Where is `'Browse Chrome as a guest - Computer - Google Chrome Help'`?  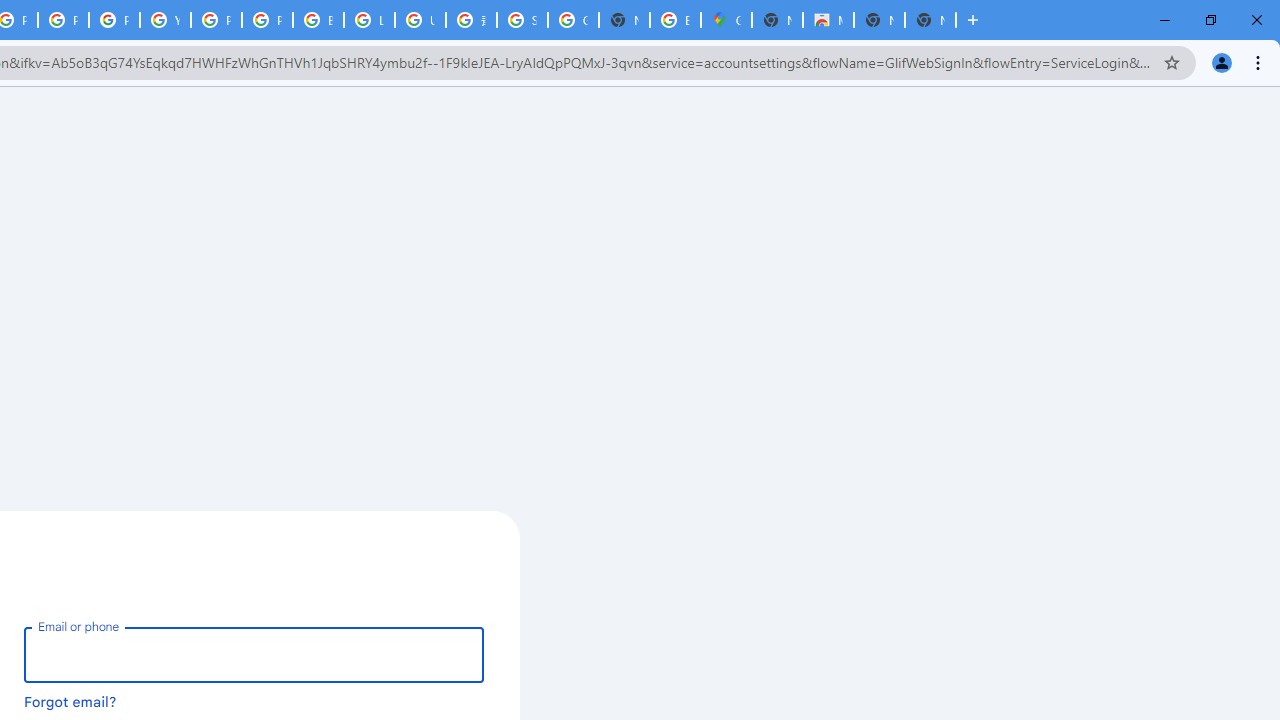 'Browse Chrome as a guest - Computer - Google Chrome Help' is located at coordinates (317, 20).